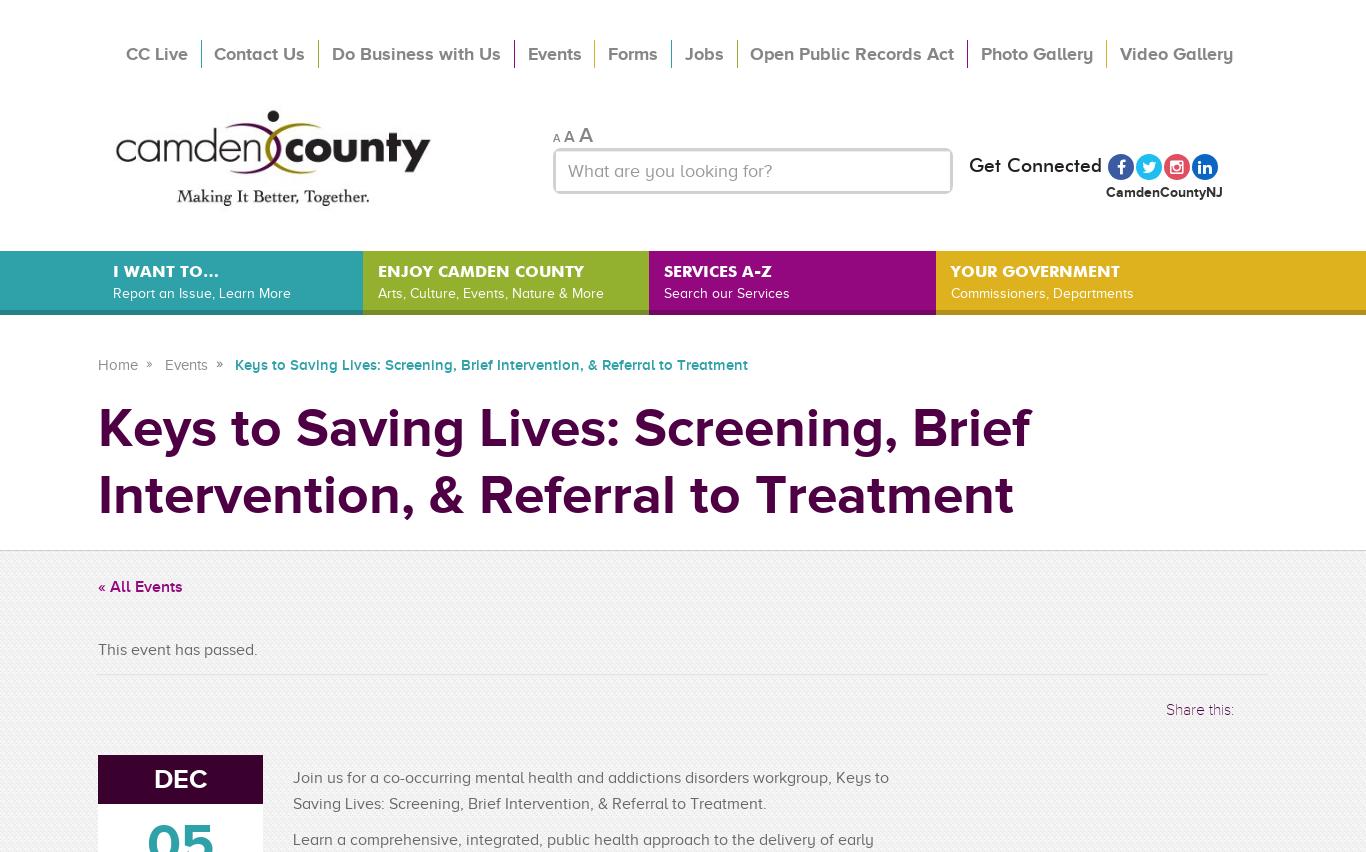 The width and height of the screenshot is (1366, 852). I want to click on 'Jobs', so click(703, 52).